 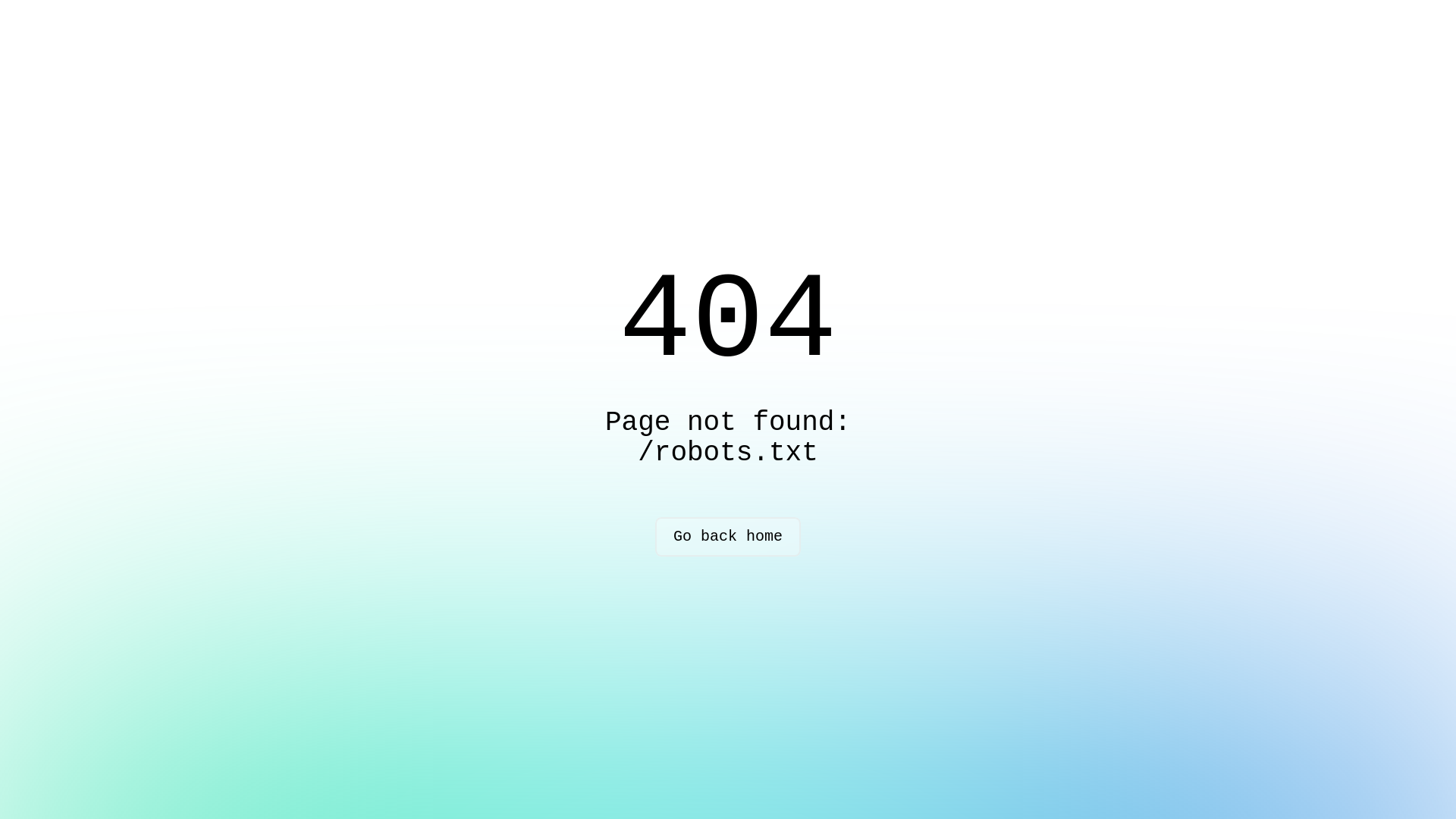 I want to click on 'Go back home', so click(x=655, y=536).